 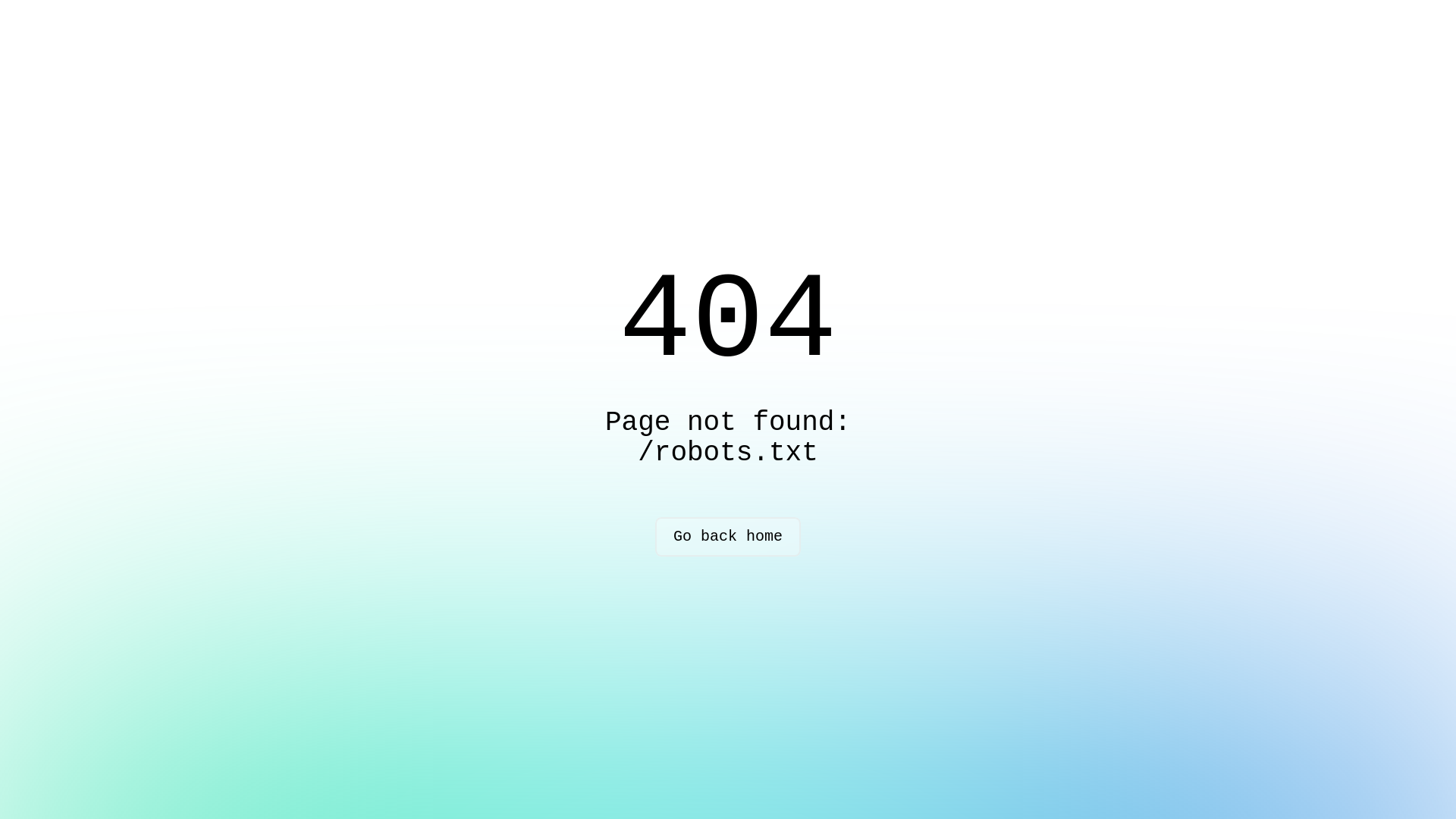 I want to click on 'Go back home', so click(x=655, y=536).